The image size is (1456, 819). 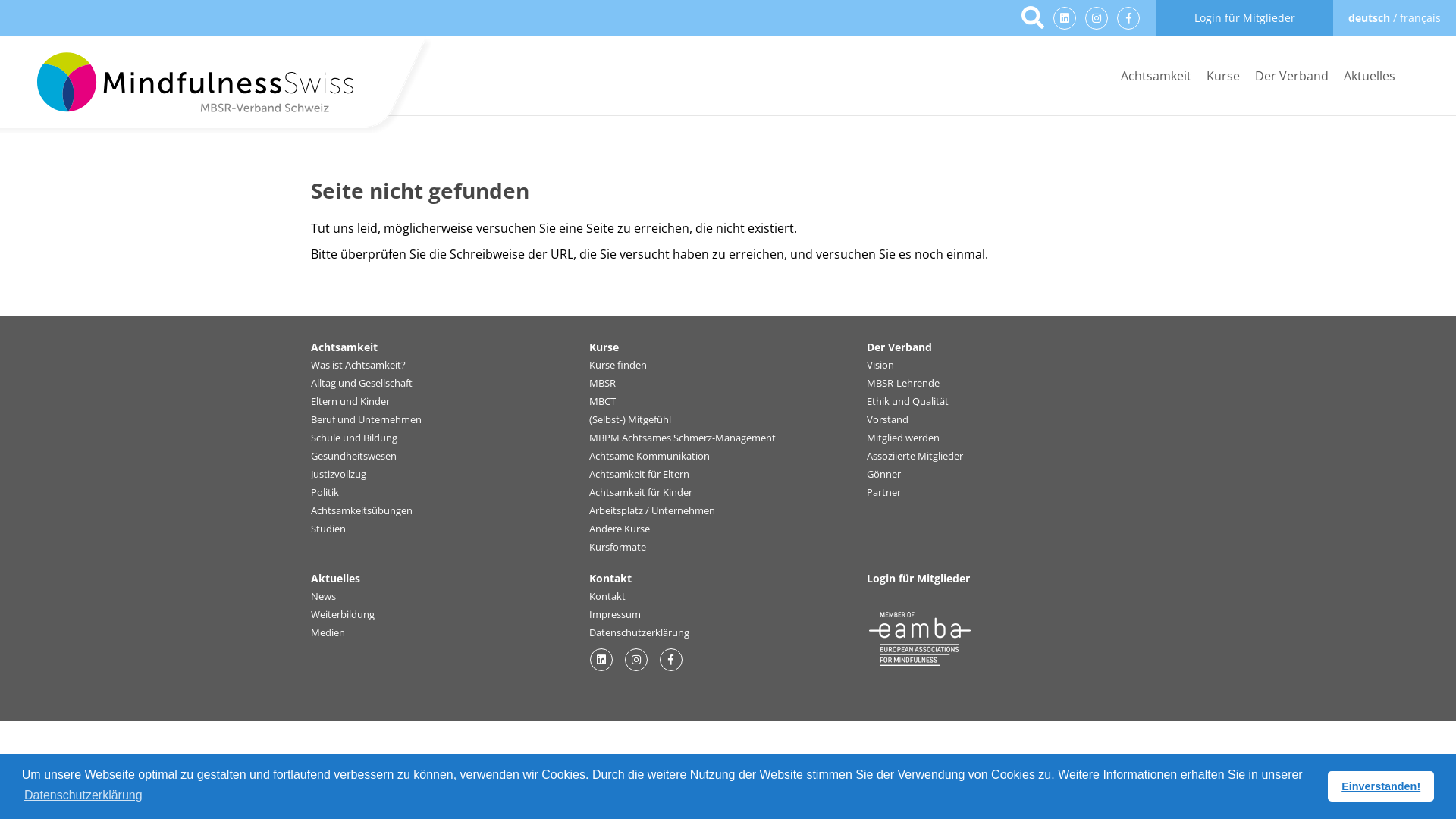 I want to click on 'Politik', so click(x=324, y=493).